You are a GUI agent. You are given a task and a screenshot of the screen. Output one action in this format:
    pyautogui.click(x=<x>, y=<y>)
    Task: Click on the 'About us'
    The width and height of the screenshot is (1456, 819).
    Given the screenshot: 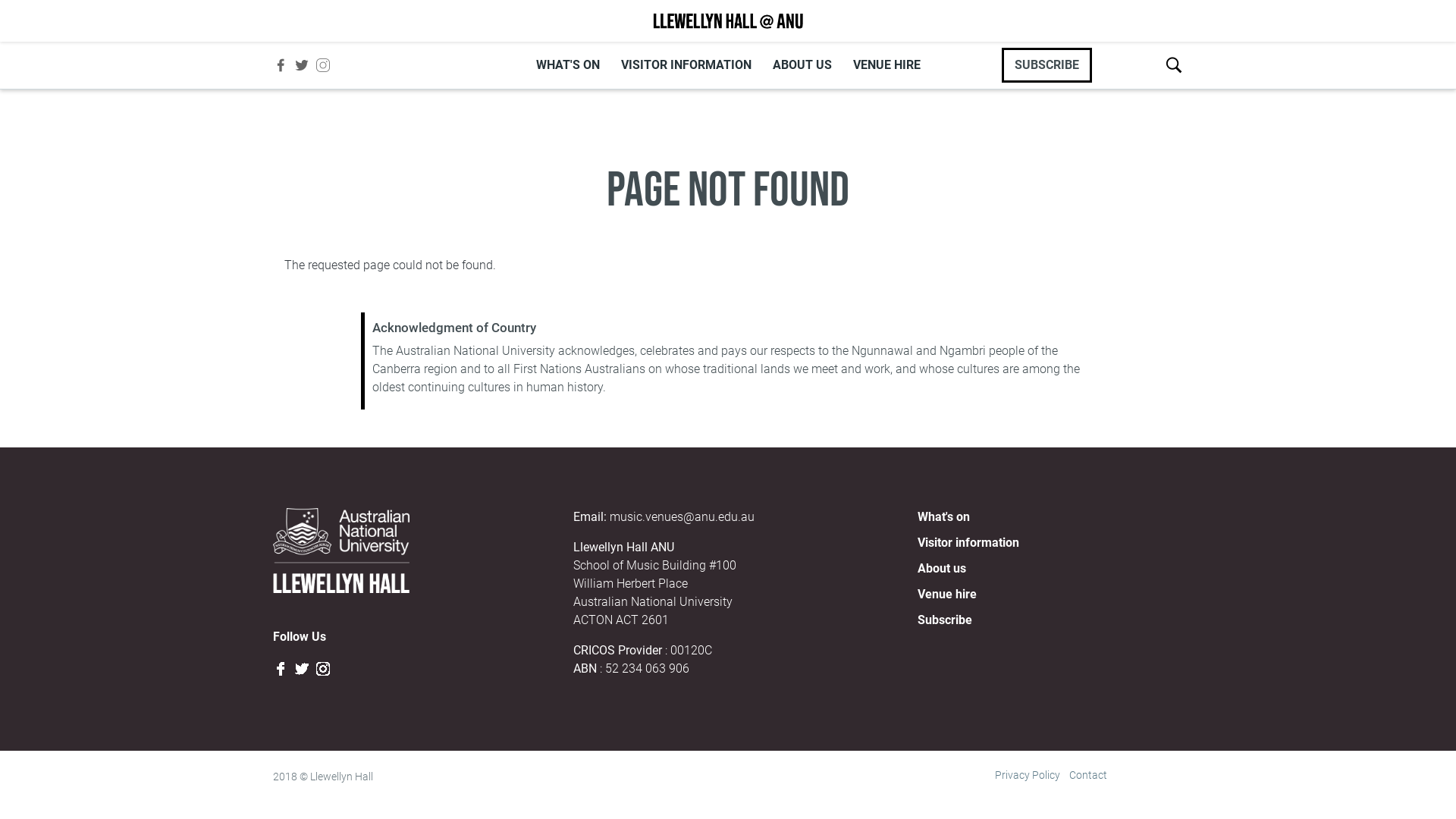 What is the action you would take?
    pyautogui.click(x=941, y=568)
    